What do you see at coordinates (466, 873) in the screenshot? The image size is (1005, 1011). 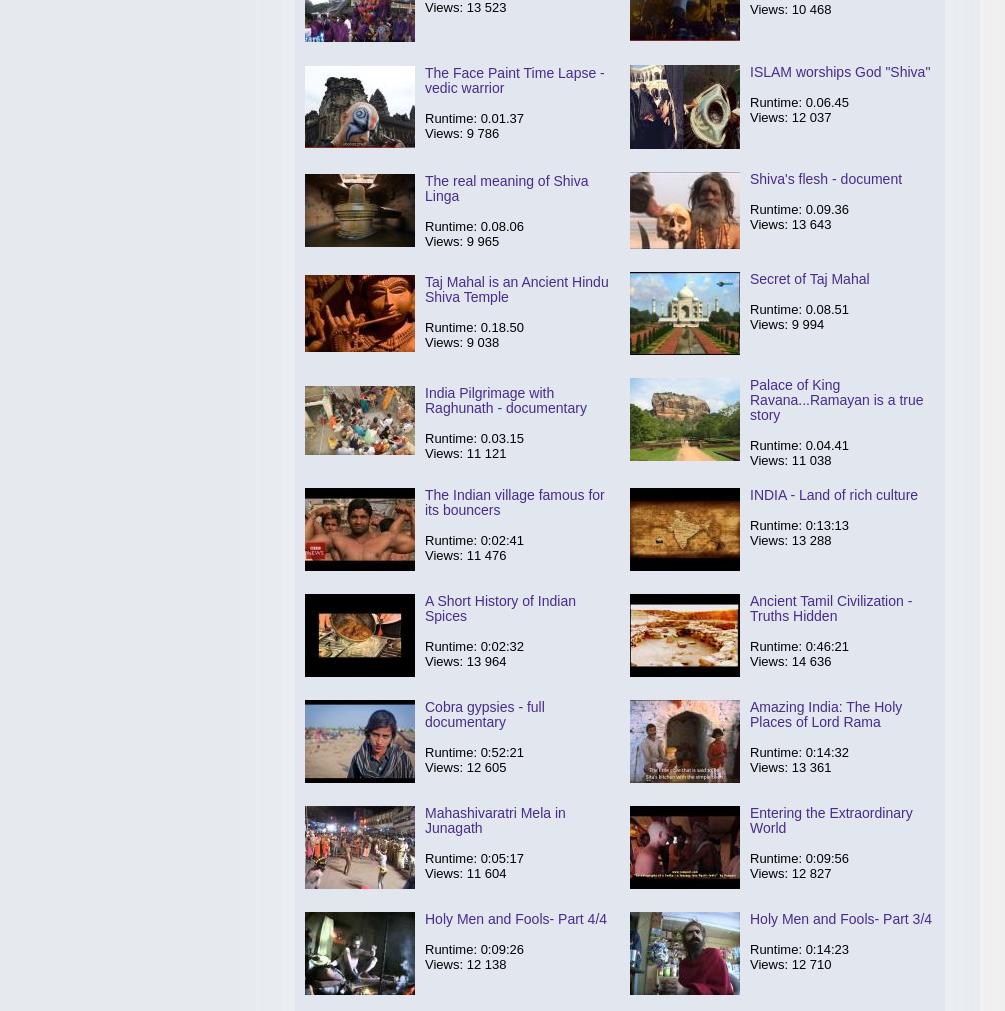 I see `'11 604'` at bounding box center [466, 873].